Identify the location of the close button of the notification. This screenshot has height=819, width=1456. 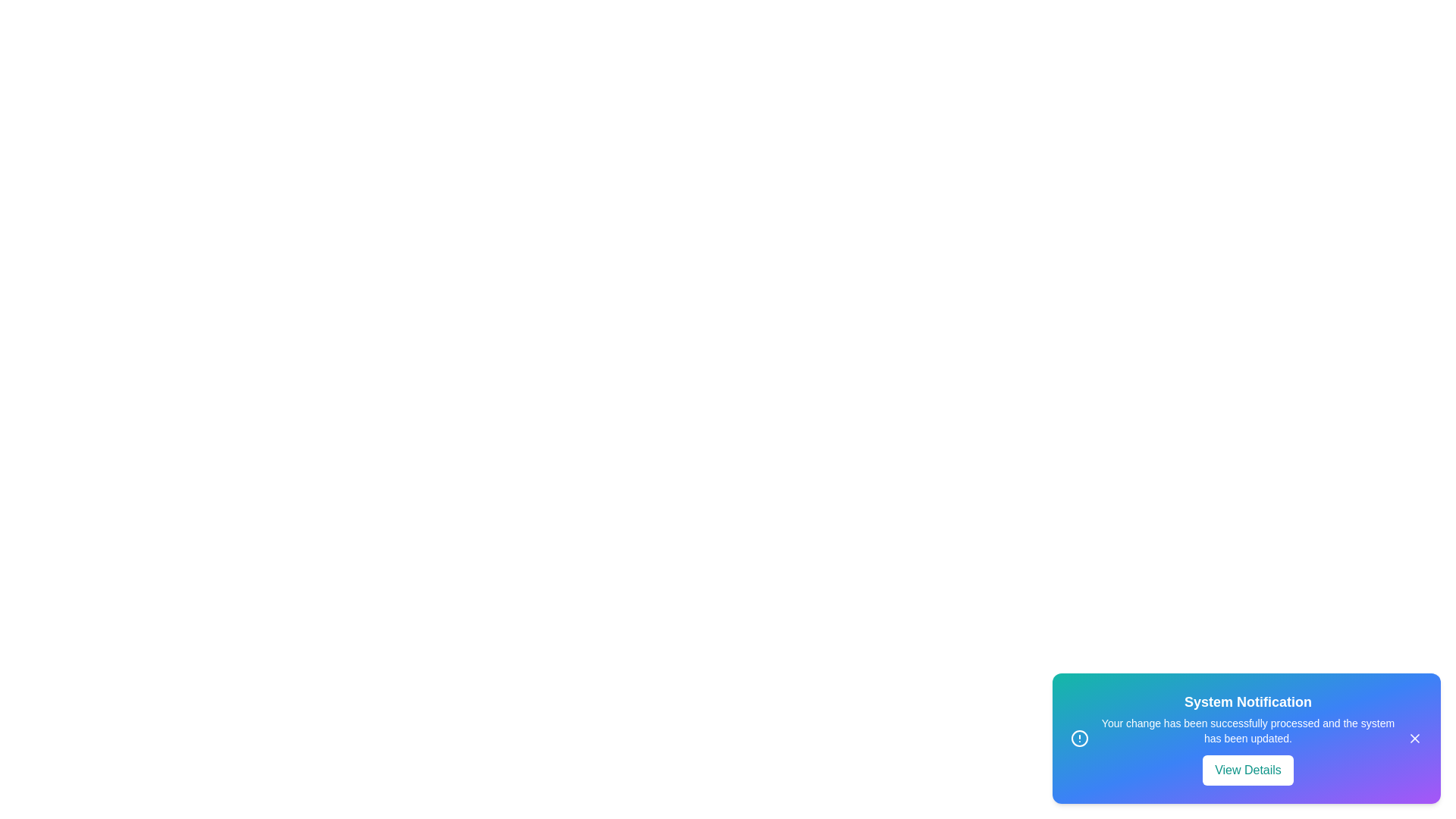
(1414, 738).